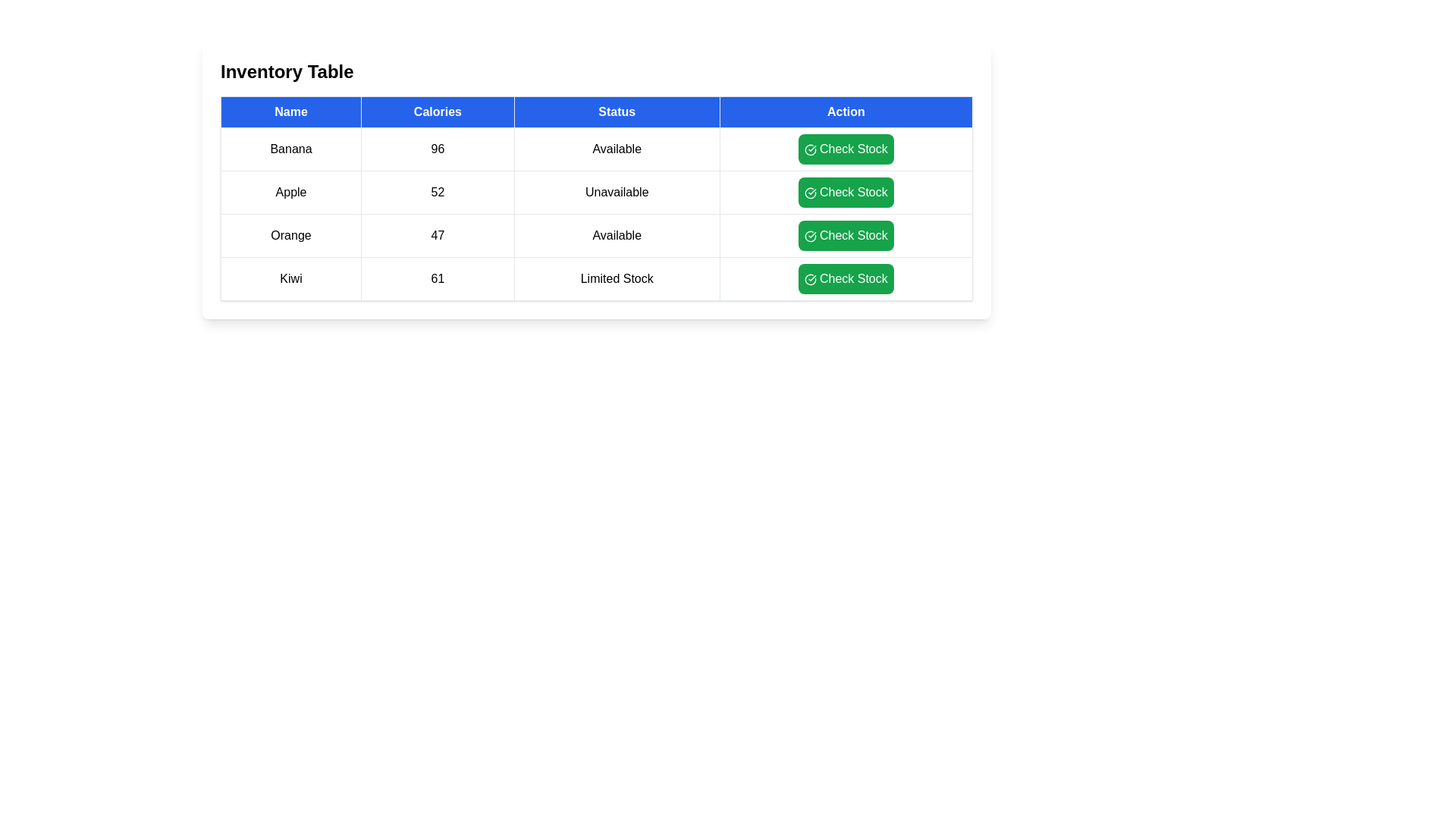 The height and width of the screenshot is (819, 1456). I want to click on the row corresponding to Kiwi by clicking on it, so click(291, 278).